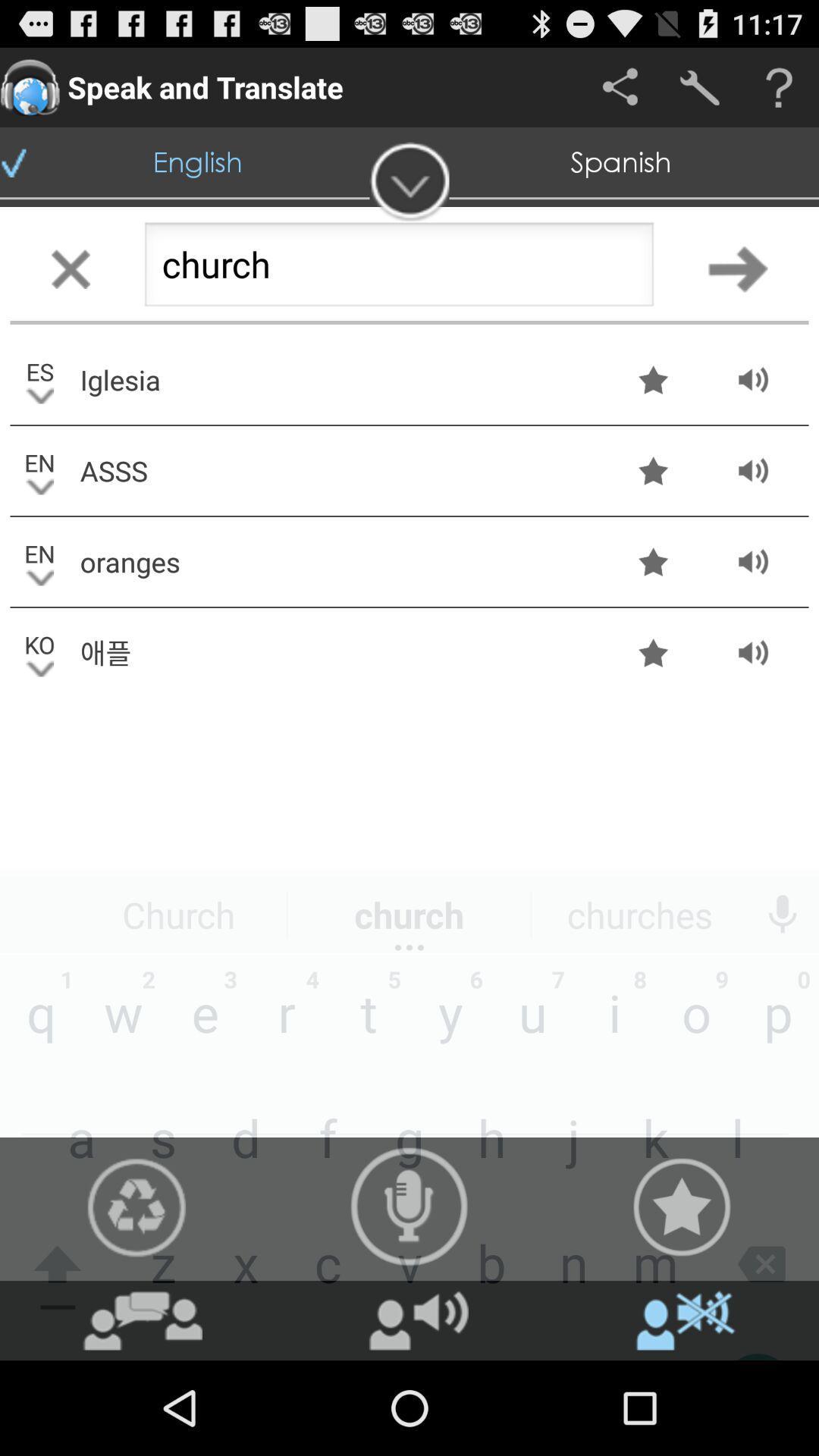 This screenshot has height=1456, width=819. I want to click on the share icon, so click(620, 86).